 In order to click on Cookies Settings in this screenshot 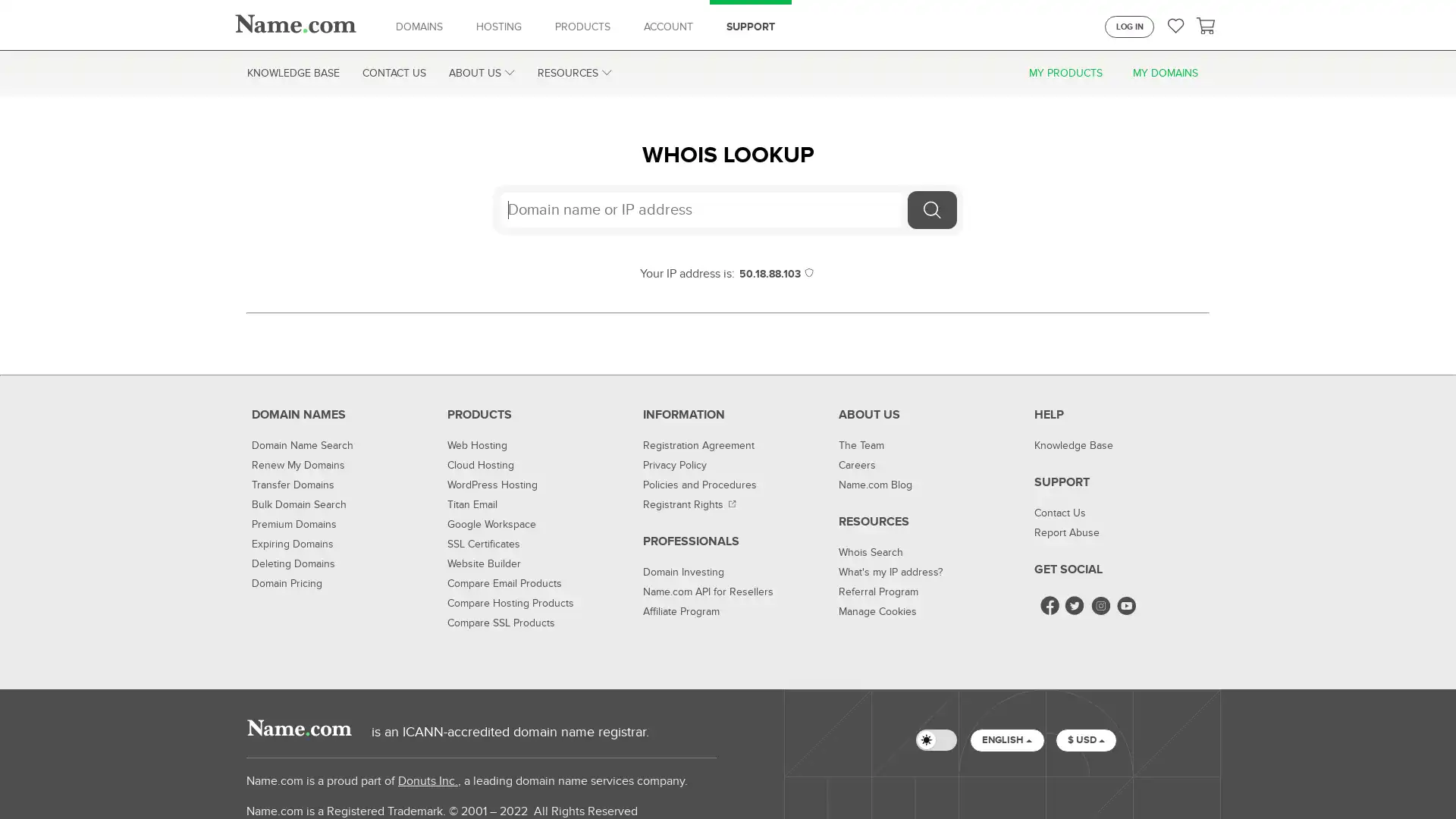, I will do `click(1059, 778)`.